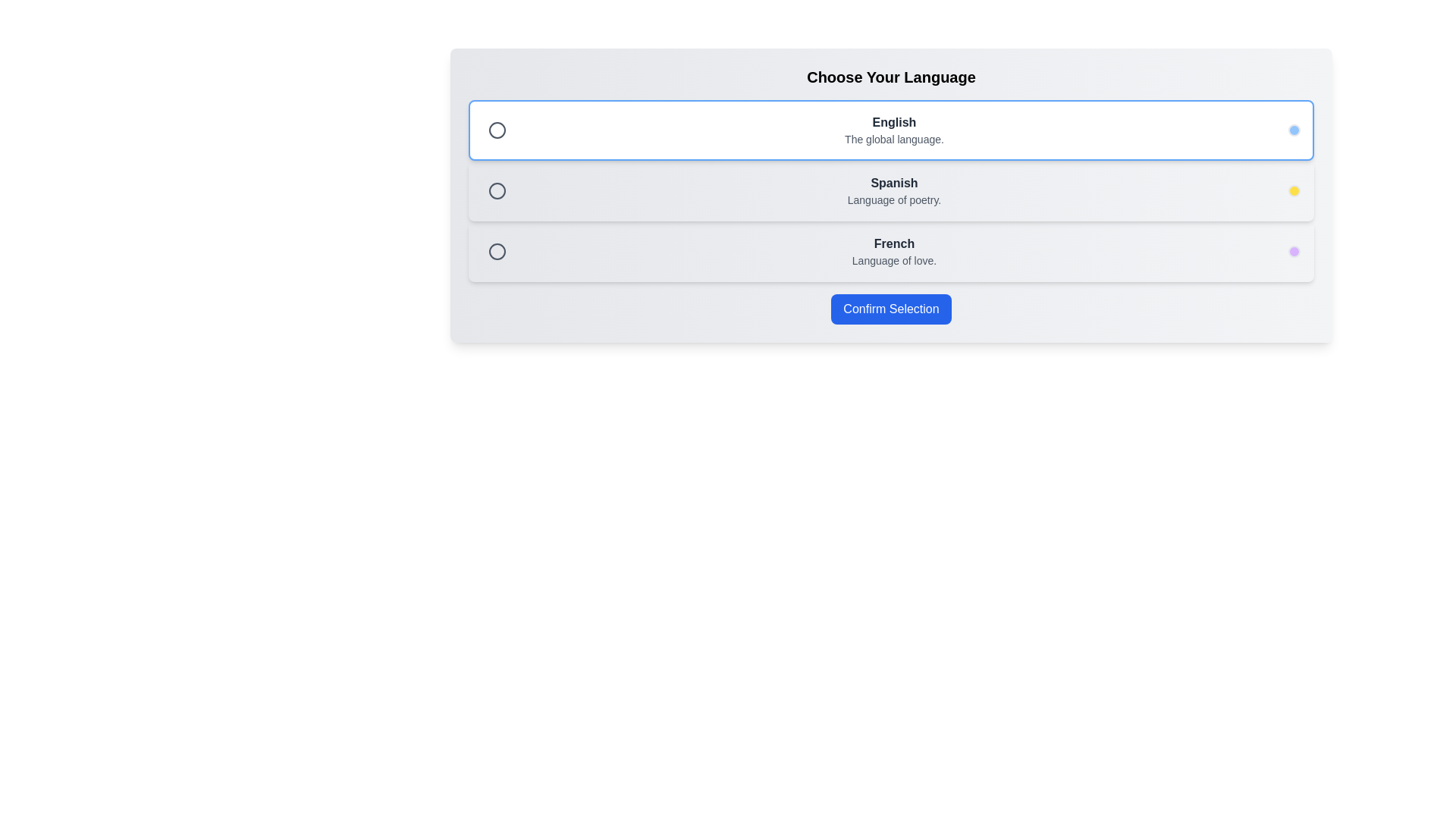 The width and height of the screenshot is (1456, 819). Describe the element at coordinates (891, 250) in the screenshot. I see `the selectable item labeled 'French' with the subtitle 'Language of love'` at that location.